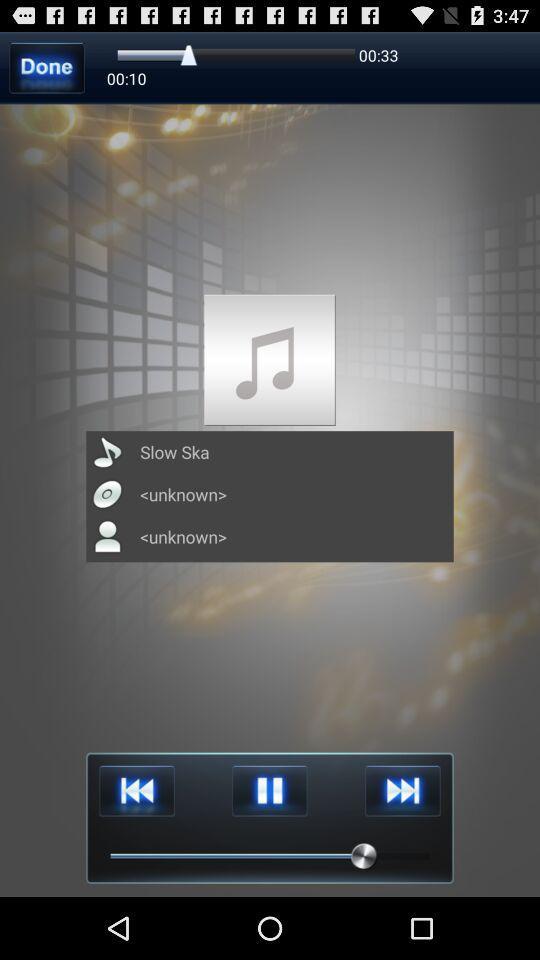 This screenshot has height=960, width=540. Describe the element at coordinates (269, 791) in the screenshot. I see `pause music` at that location.